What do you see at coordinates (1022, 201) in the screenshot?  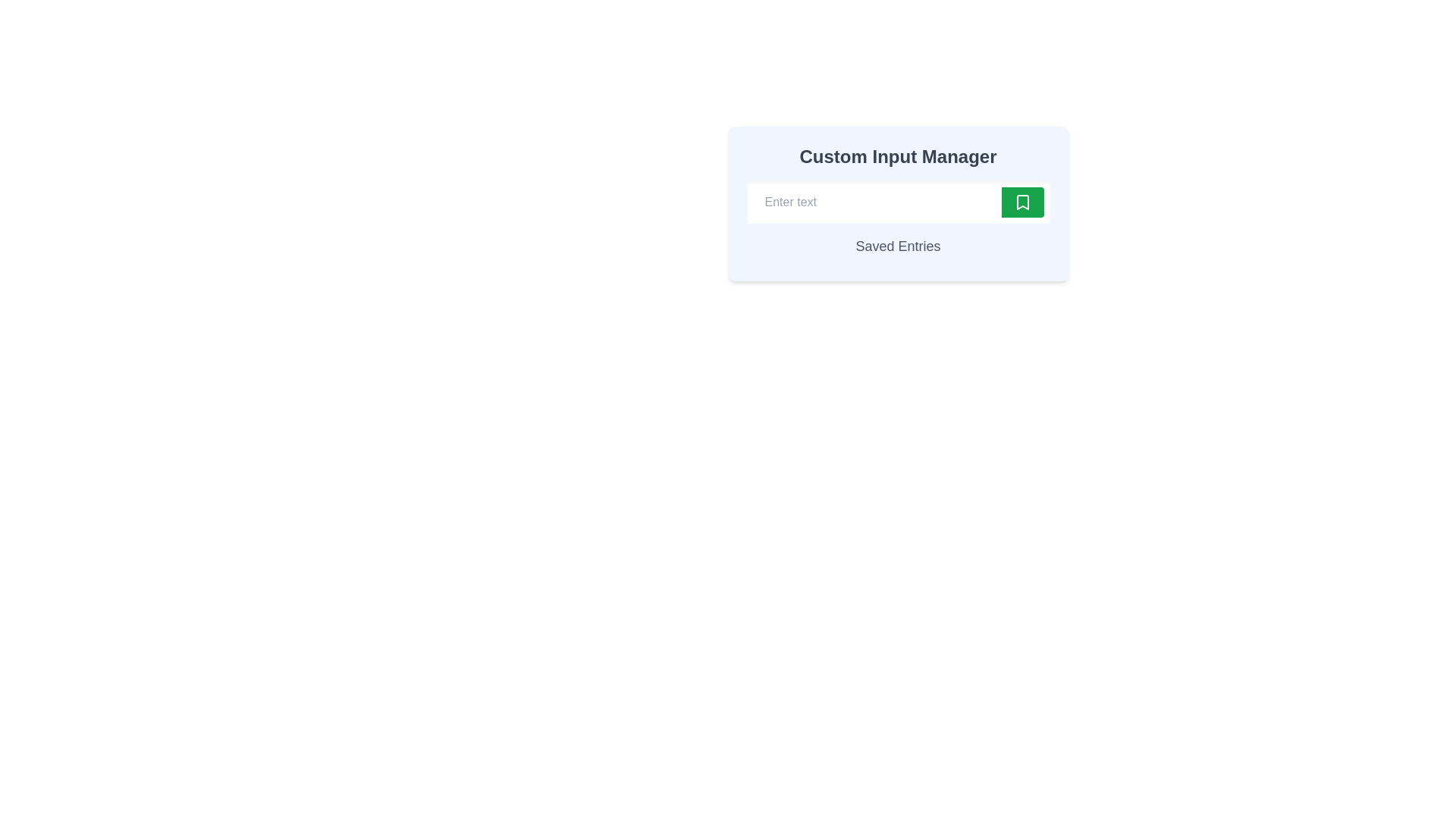 I see `the green button with rounded corners and a bookmark icon` at bounding box center [1022, 201].